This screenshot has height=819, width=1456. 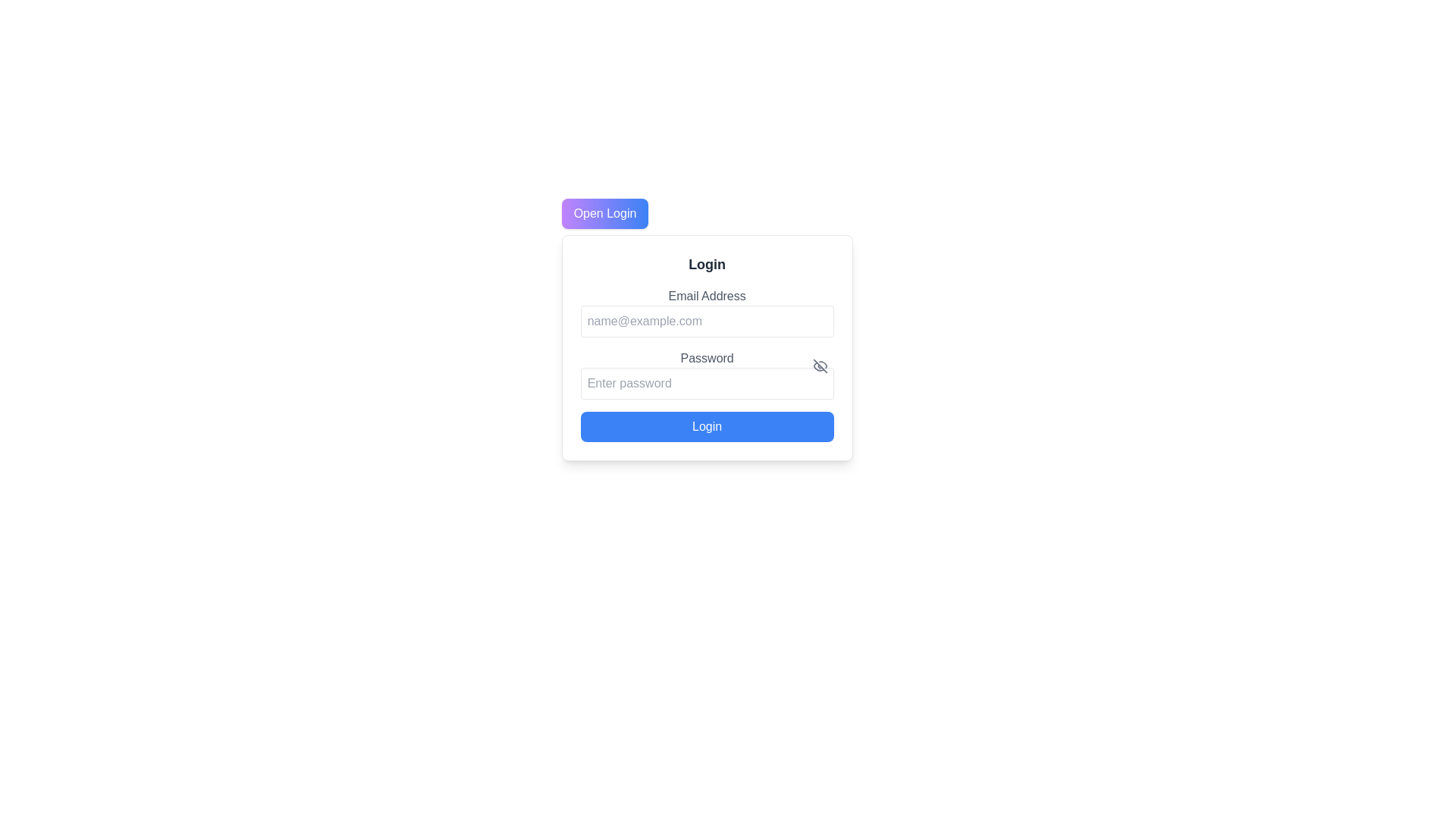 What do you see at coordinates (706, 296) in the screenshot?
I see `the label text that serves as a descriptor for the email input field located at the top center of the login form interface` at bounding box center [706, 296].